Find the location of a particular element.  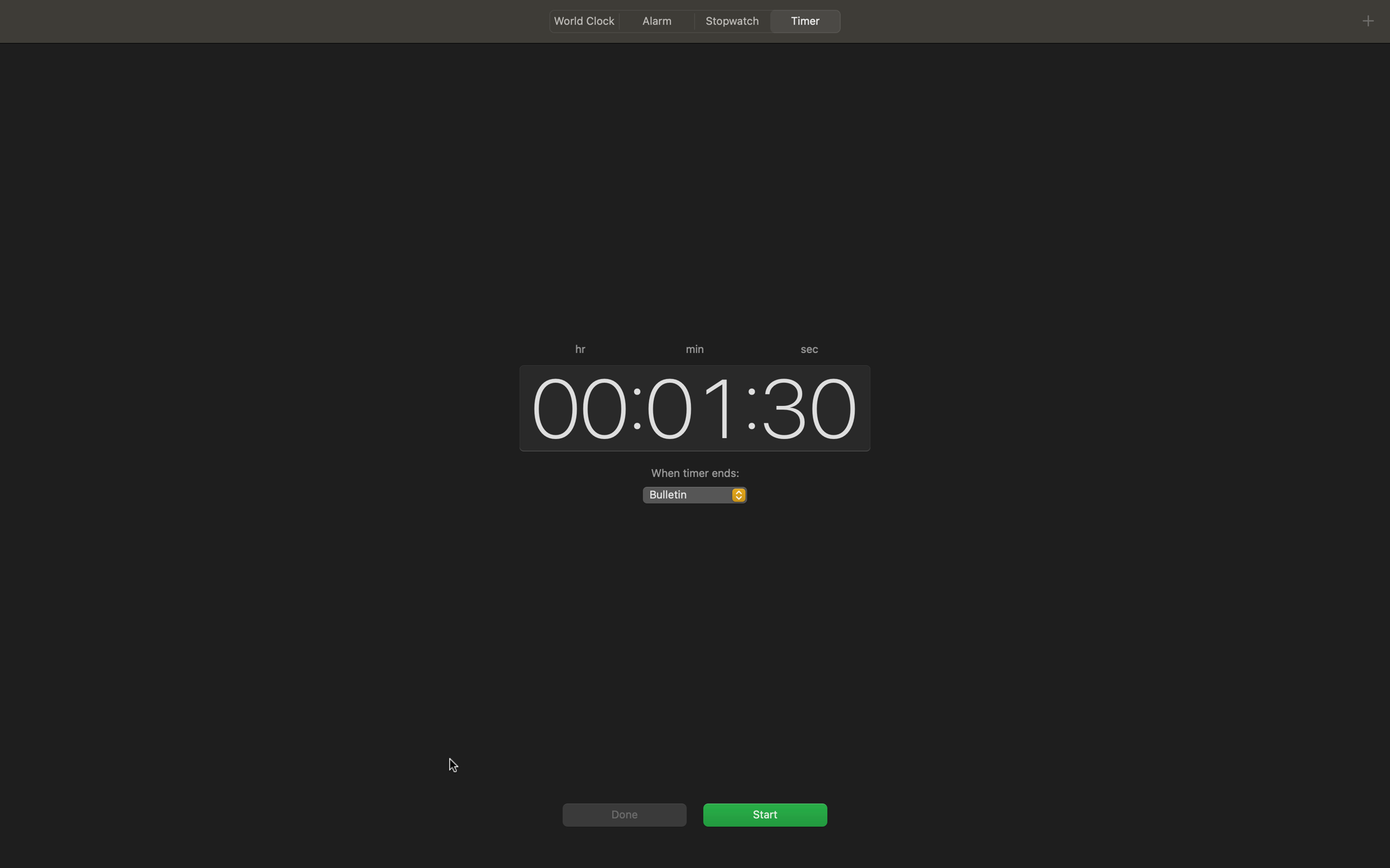

the current hour mode to 12 hours is located at coordinates (574, 406).